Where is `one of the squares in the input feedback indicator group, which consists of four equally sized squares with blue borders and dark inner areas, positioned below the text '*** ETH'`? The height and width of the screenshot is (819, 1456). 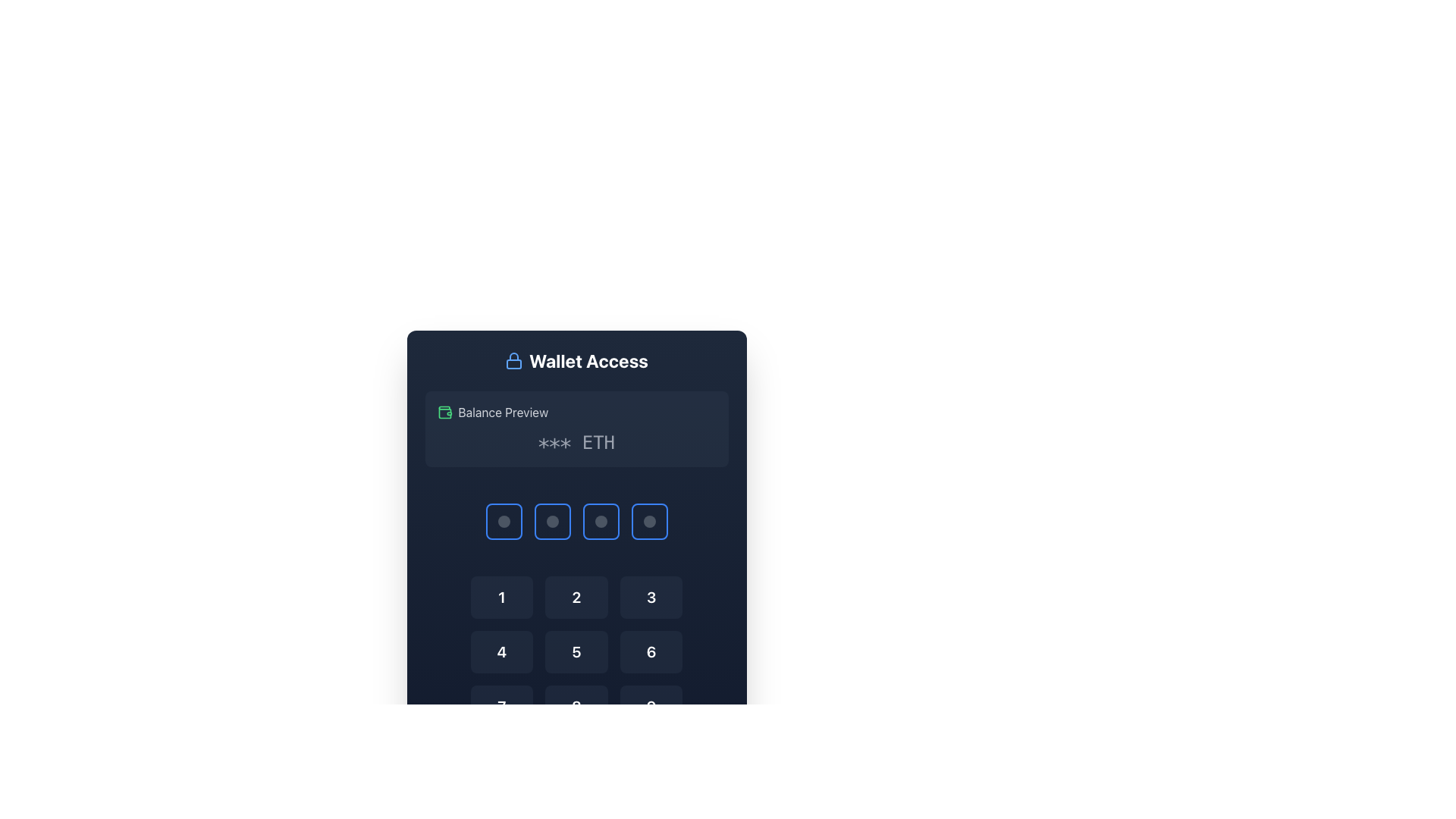 one of the squares in the input feedback indicator group, which consists of four equally sized squares with blue borders and dark inner areas, positioned below the text '*** ETH' is located at coordinates (576, 520).